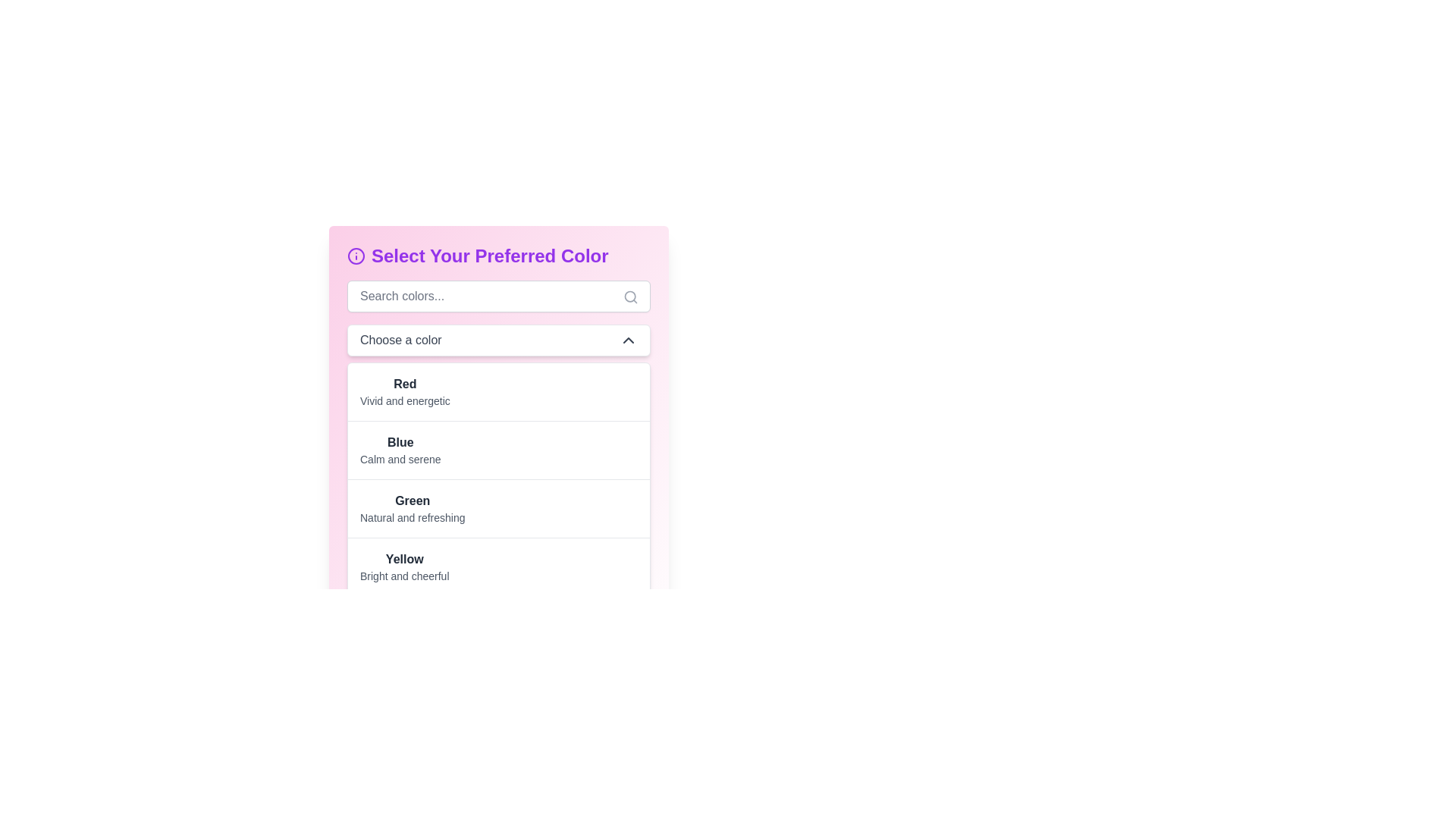 This screenshot has width=1456, height=819. Describe the element at coordinates (413, 516) in the screenshot. I see `descriptive text label providing information about the color 'Green', which is located below the heading 'Green' in a vertical list` at that location.